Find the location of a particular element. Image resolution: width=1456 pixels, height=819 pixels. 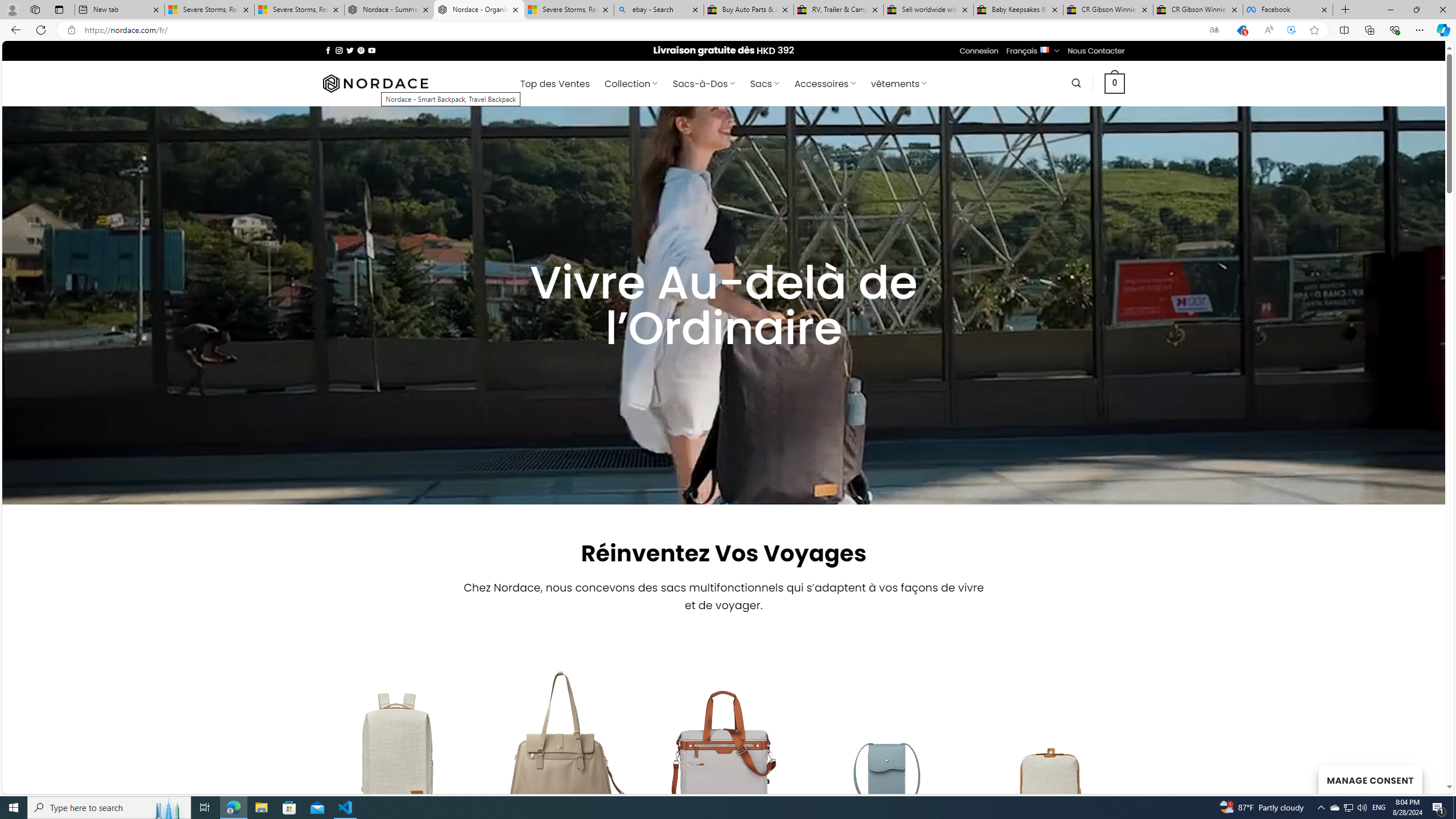

'  Top des Ventes' is located at coordinates (554, 83).